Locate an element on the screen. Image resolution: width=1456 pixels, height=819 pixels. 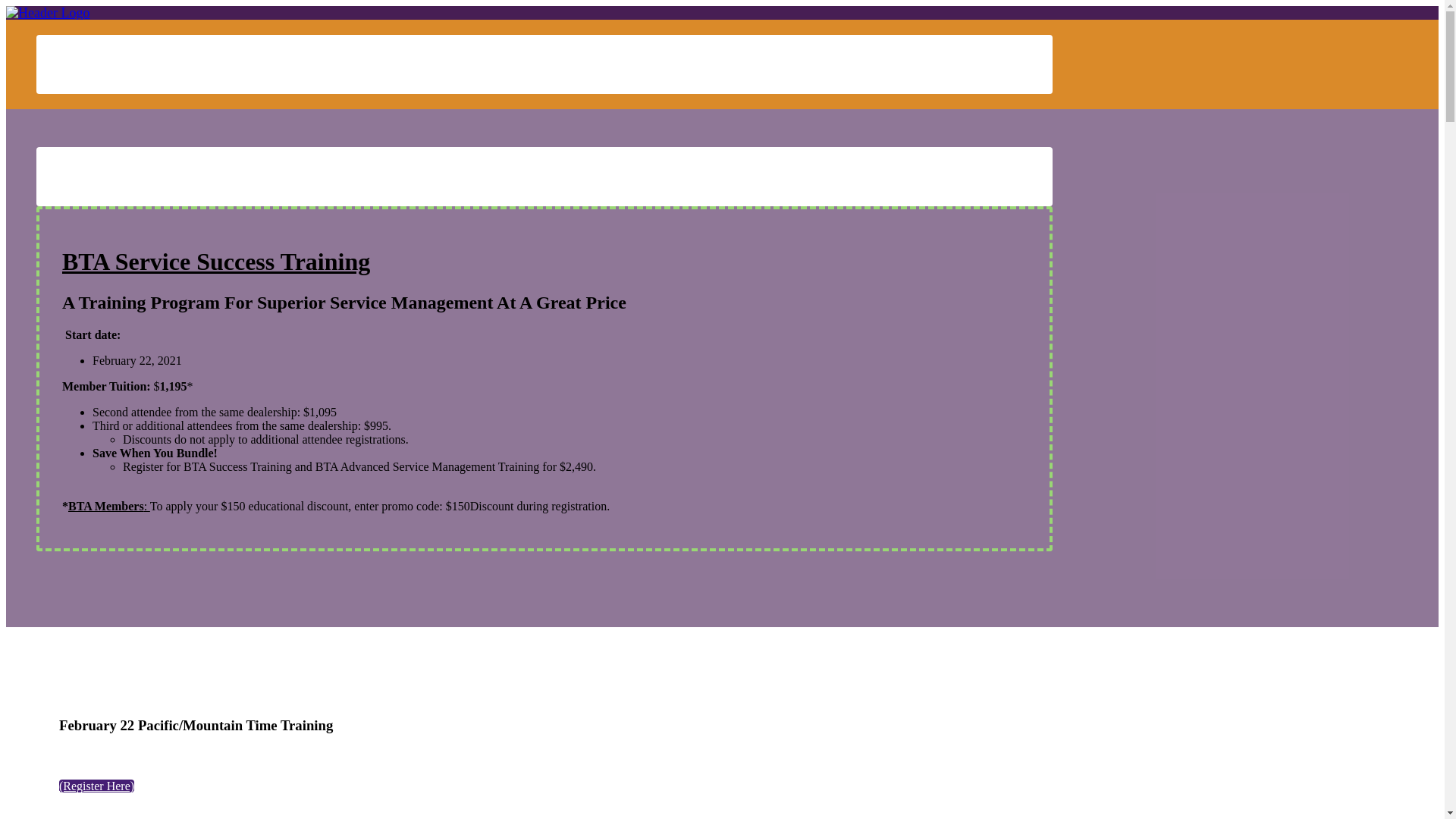
'(Register Here)' is located at coordinates (96, 785).